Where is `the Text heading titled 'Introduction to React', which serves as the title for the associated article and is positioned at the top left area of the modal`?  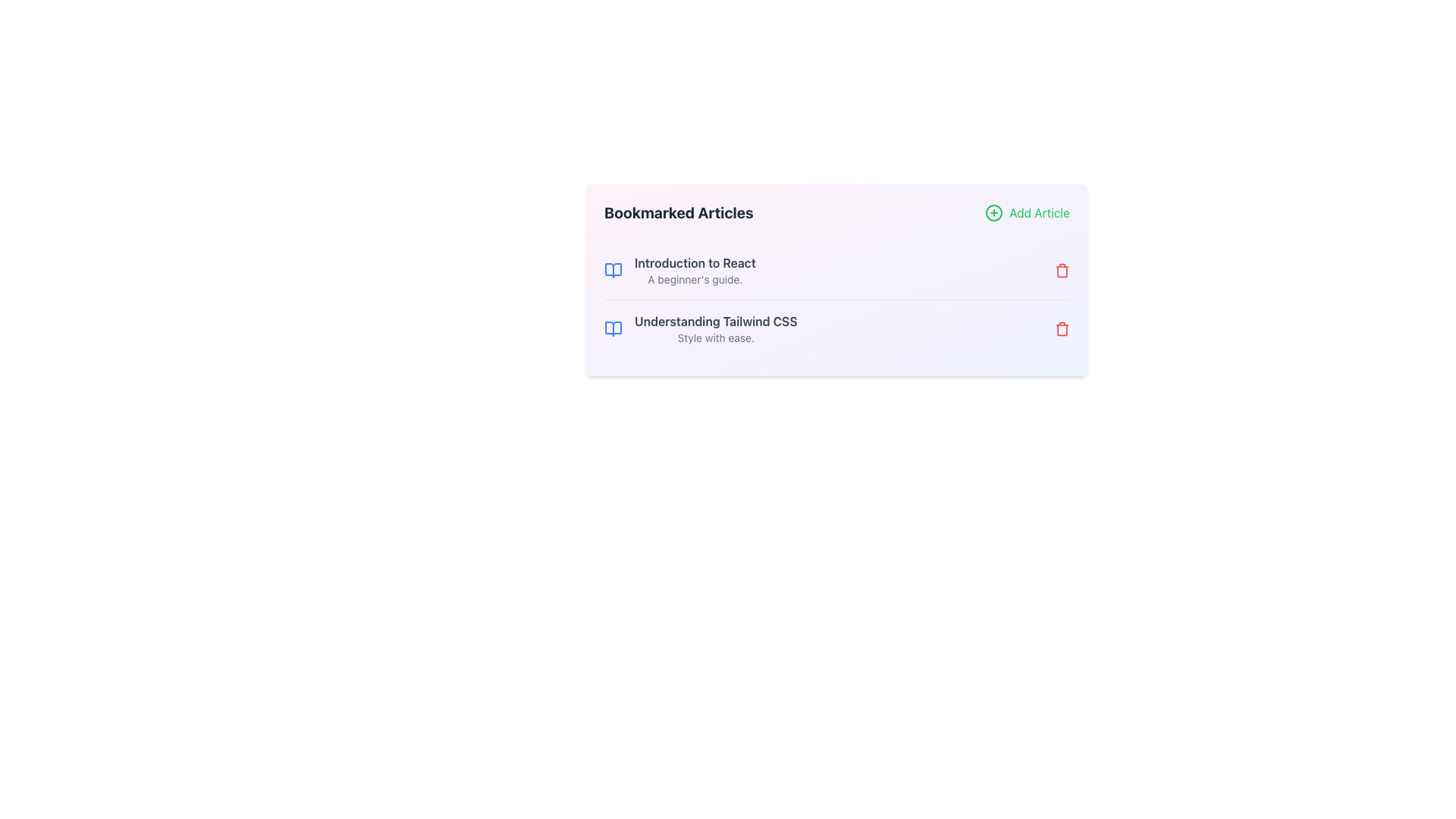
the Text heading titled 'Introduction to React', which serves as the title for the associated article and is positioned at the top left area of the modal is located at coordinates (694, 262).